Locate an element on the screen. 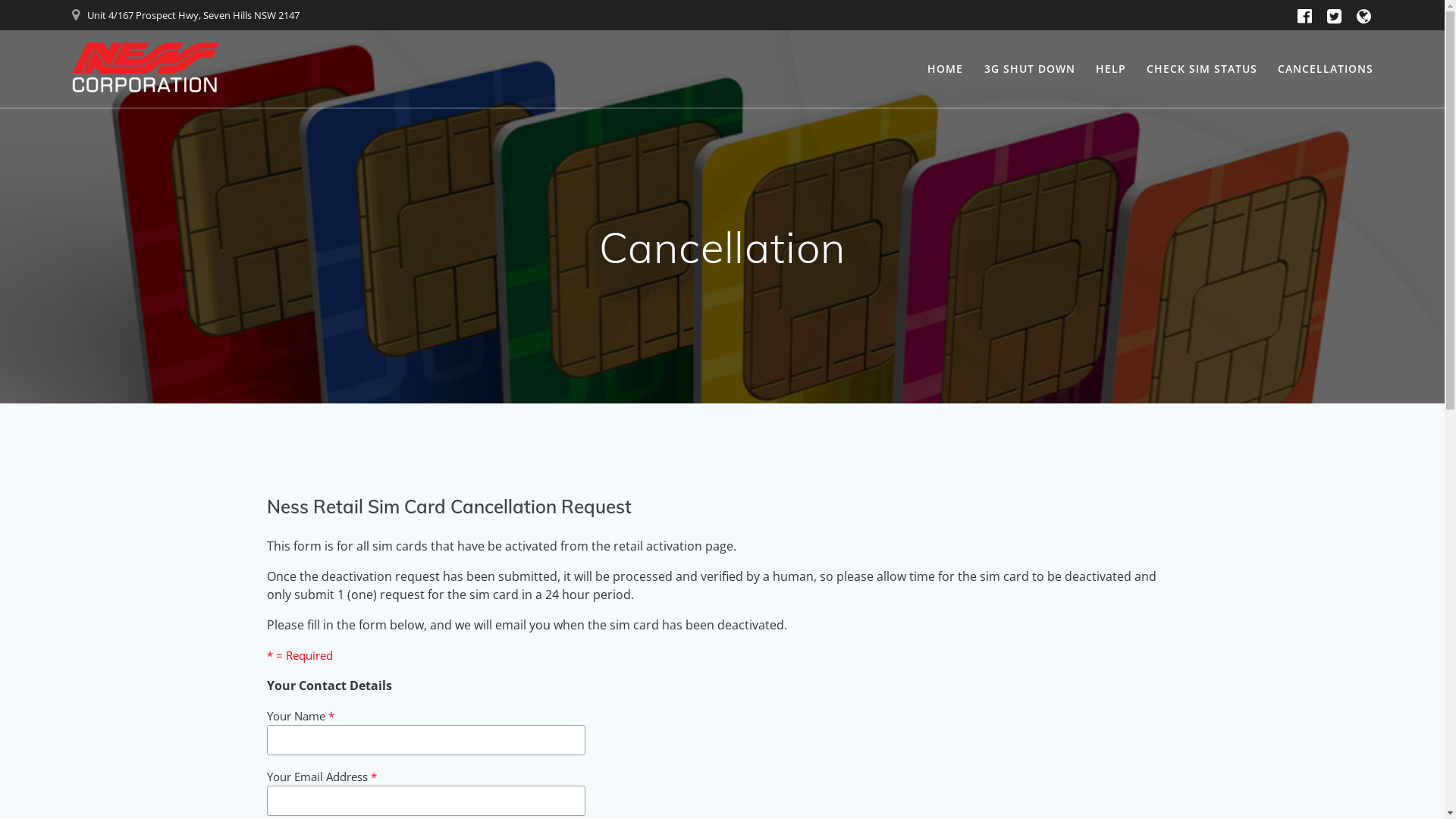 This screenshot has height=819, width=1456. 'HOME' is located at coordinates (944, 69).